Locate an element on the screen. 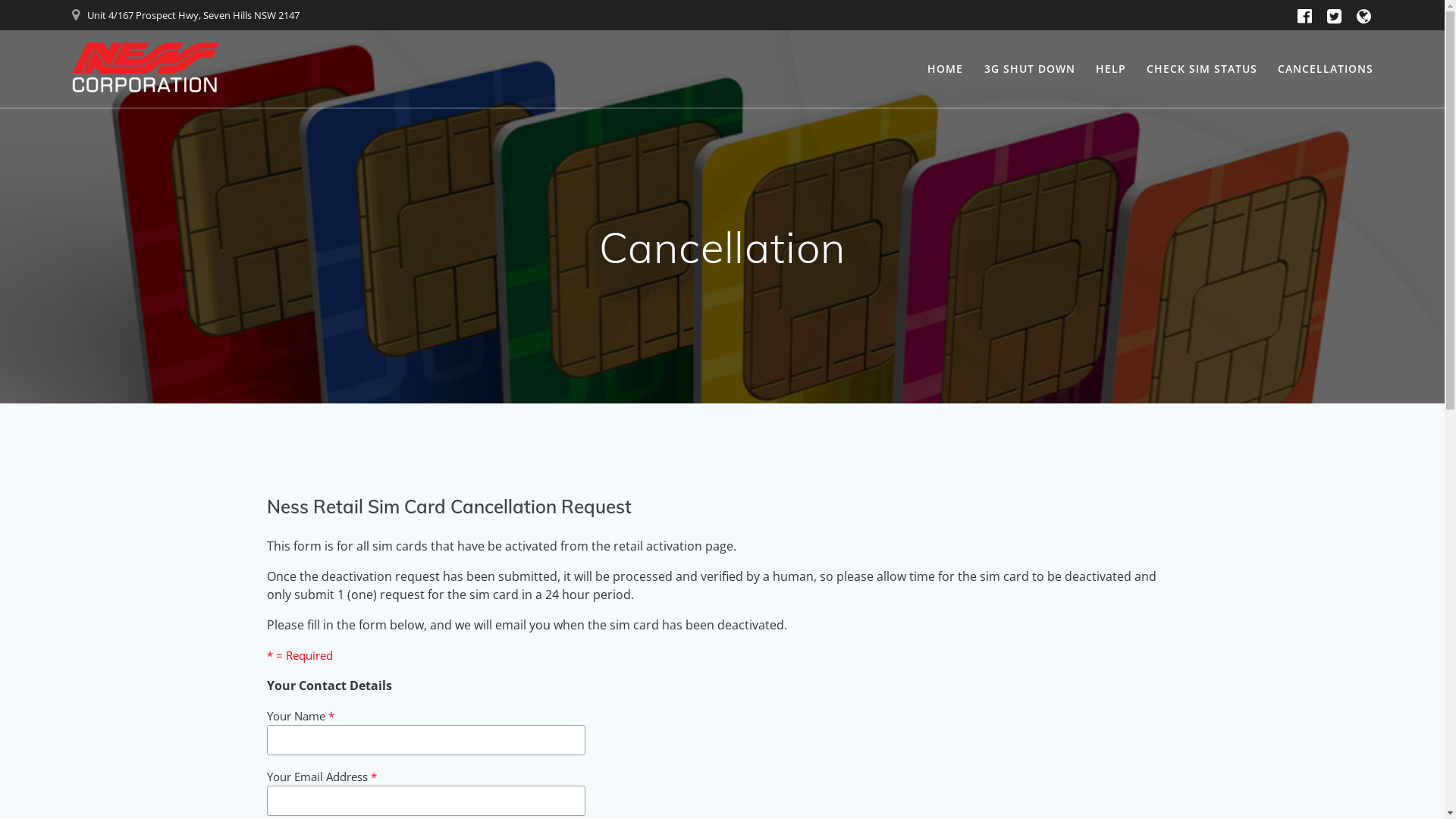 This screenshot has height=819, width=1456. 'HOME' is located at coordinates (944, 69).